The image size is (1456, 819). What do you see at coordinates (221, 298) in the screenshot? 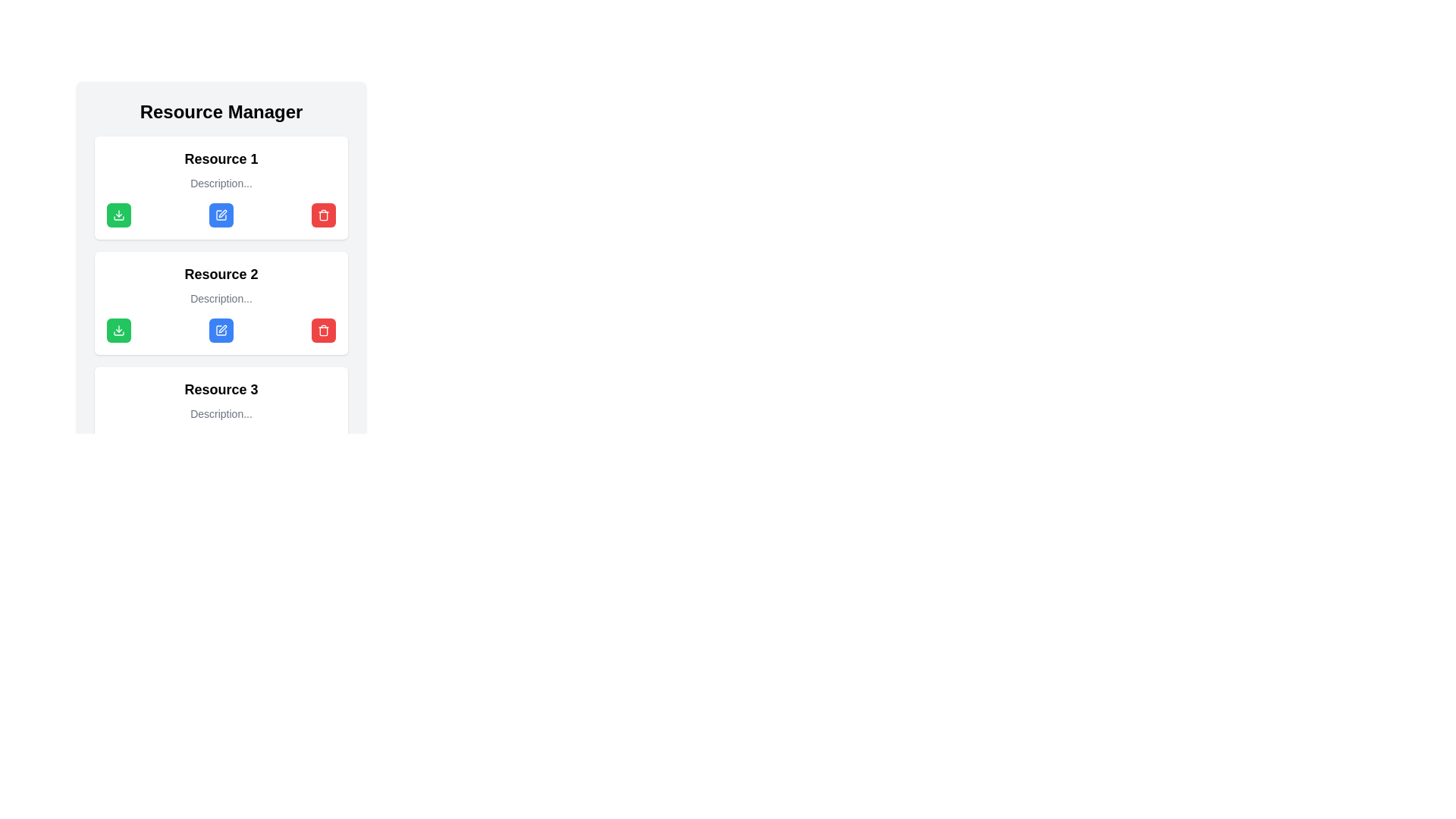
I see `the static text label displaying 'Description...' located beneath the 'Resource 2' header` at bounding box center [221, 298].